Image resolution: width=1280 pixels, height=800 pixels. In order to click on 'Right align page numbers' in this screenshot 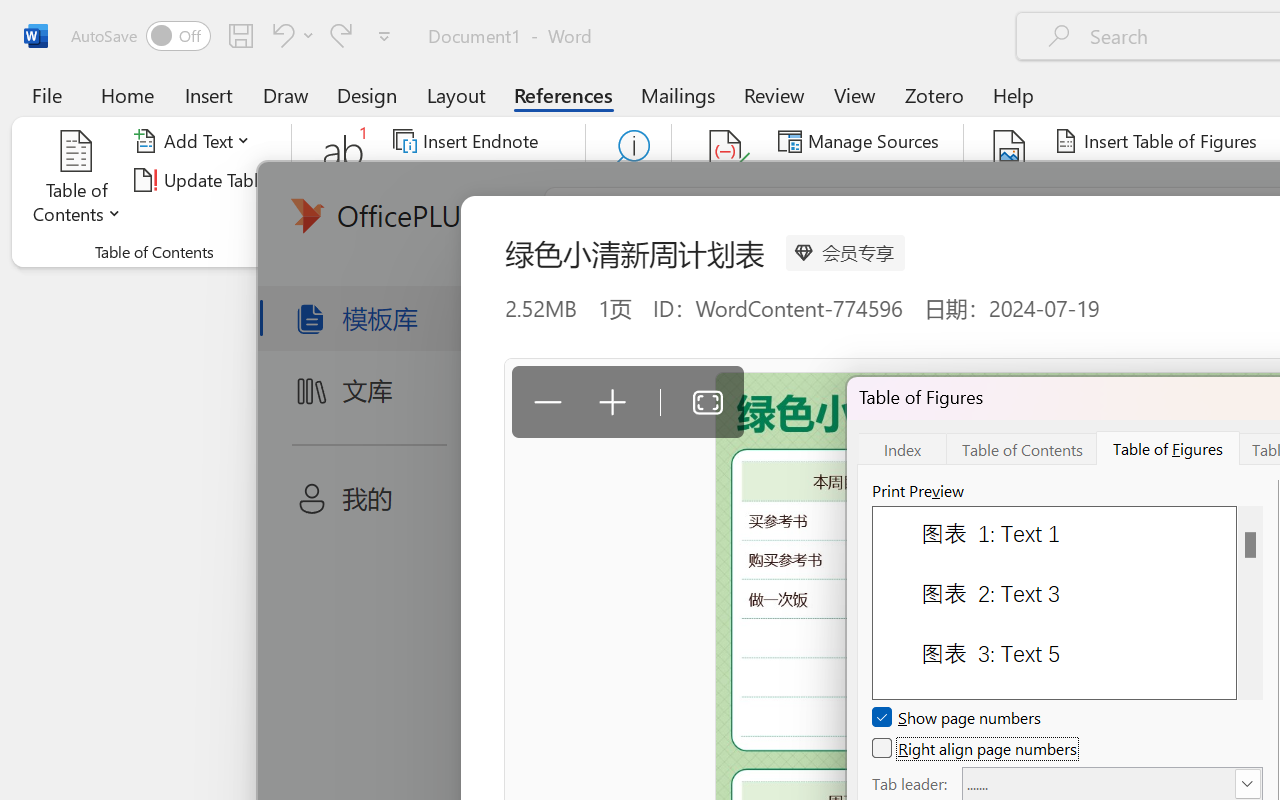, I will do `click(976, 748)`.